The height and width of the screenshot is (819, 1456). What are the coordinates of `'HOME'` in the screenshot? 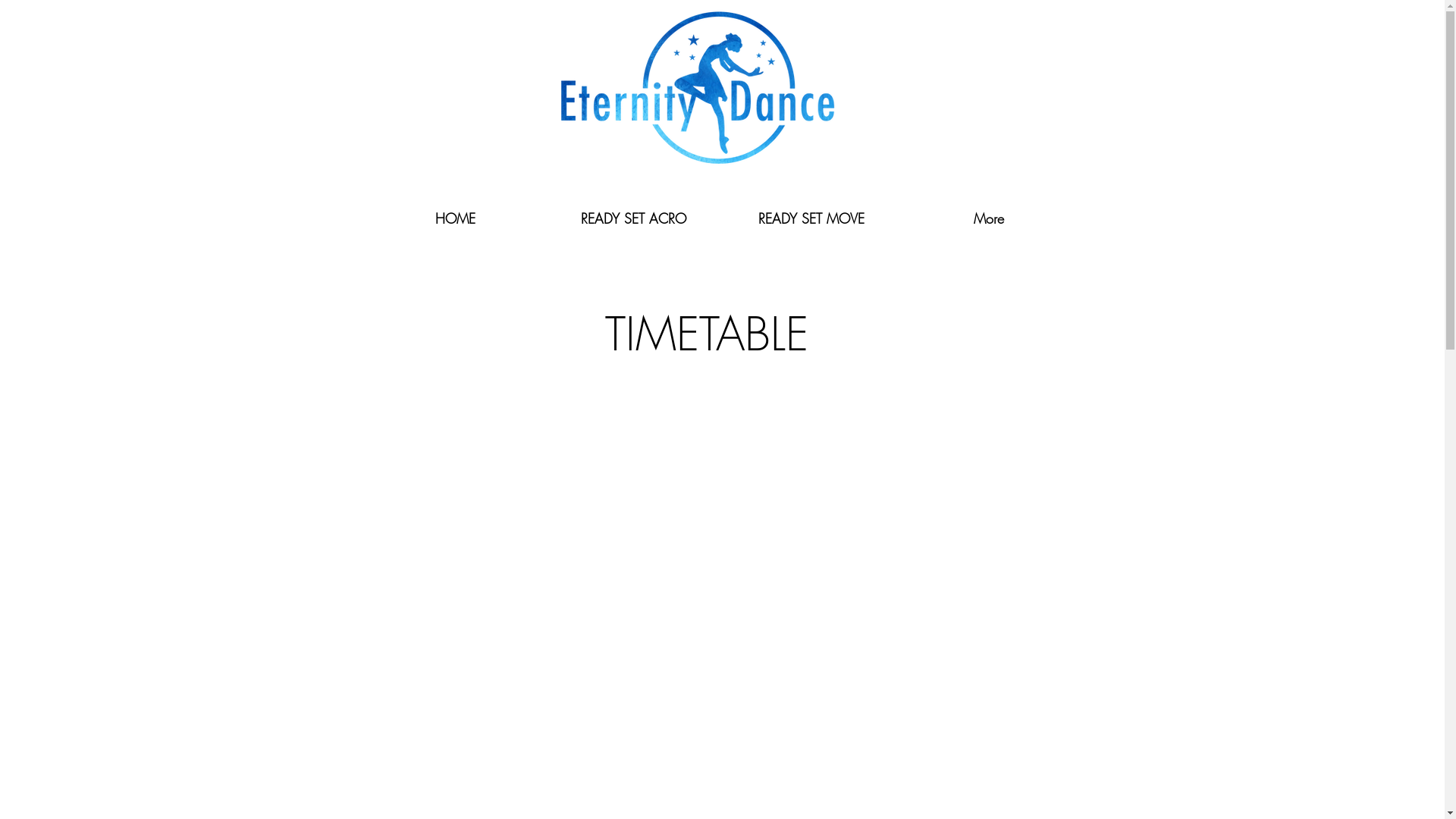 It's located at (453, 218).